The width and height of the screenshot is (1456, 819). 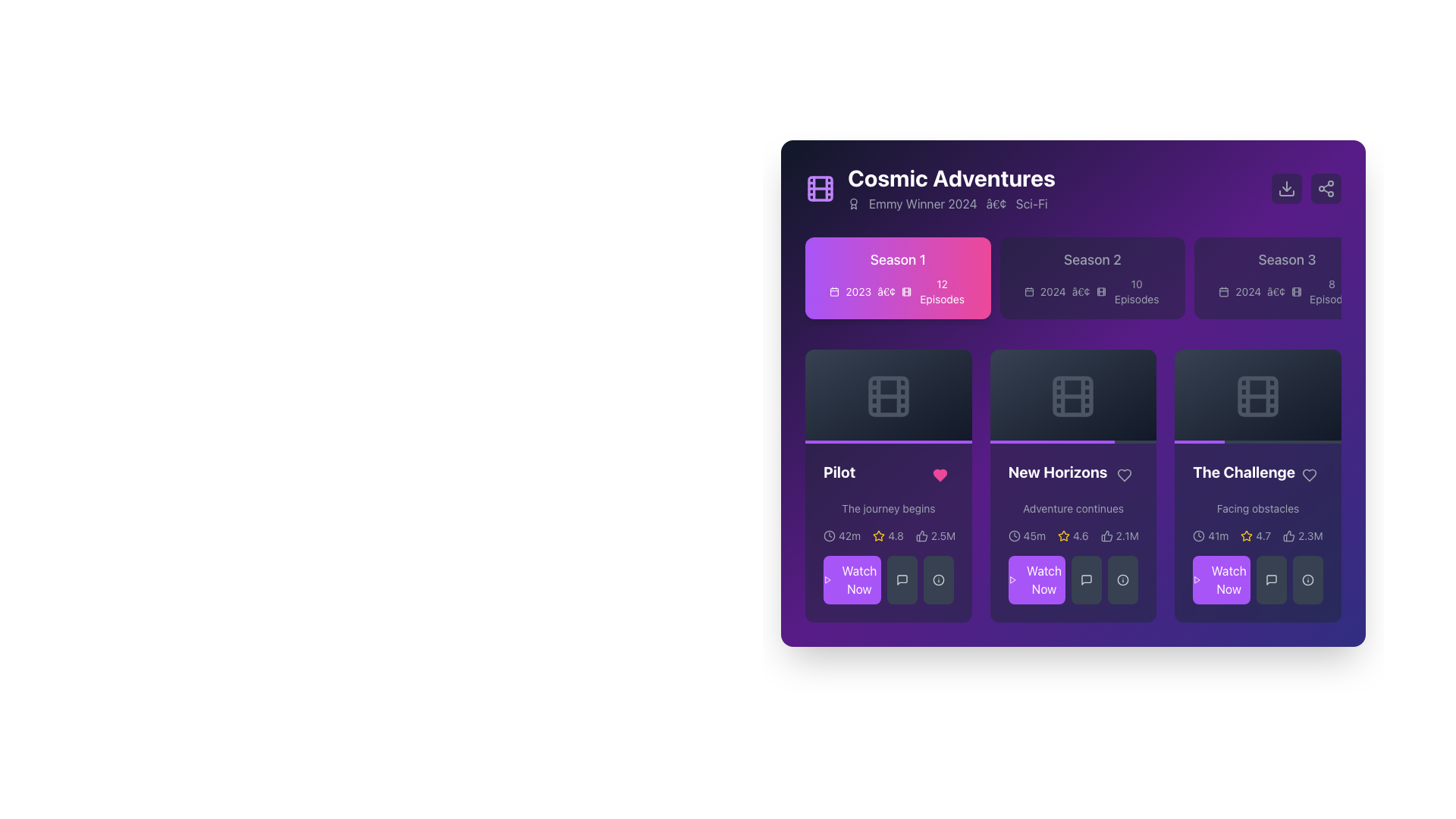 I want to click on the heart-shaped button located at the top-right corner of the 'The Challenge' section, so click(x=1309, y=473).